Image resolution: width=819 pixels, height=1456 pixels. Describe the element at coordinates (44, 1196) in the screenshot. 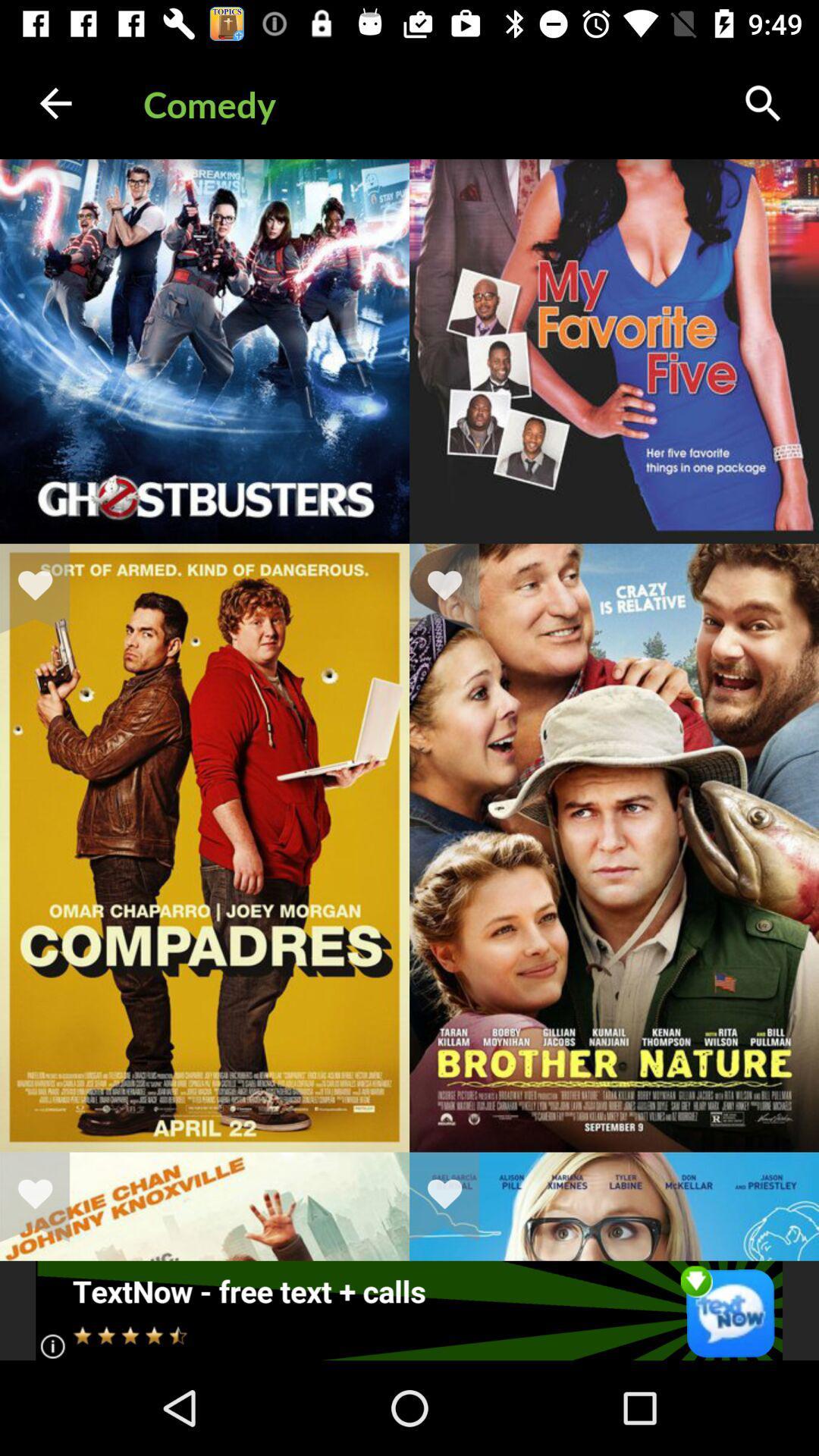

I see `mark as favorite` at that location.